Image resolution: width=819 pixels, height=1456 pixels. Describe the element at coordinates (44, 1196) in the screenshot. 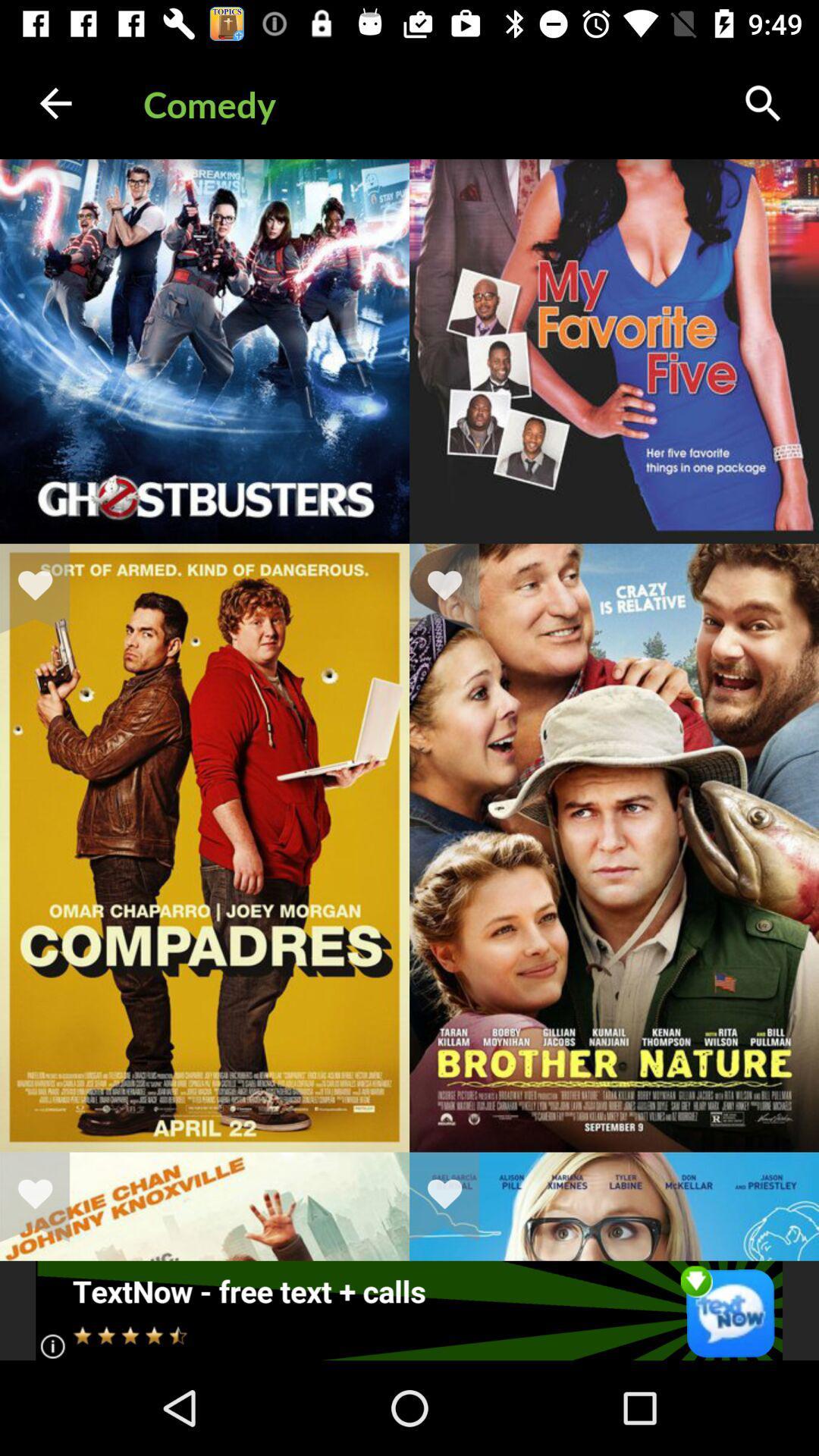

I see `mark as favorite` at that location.